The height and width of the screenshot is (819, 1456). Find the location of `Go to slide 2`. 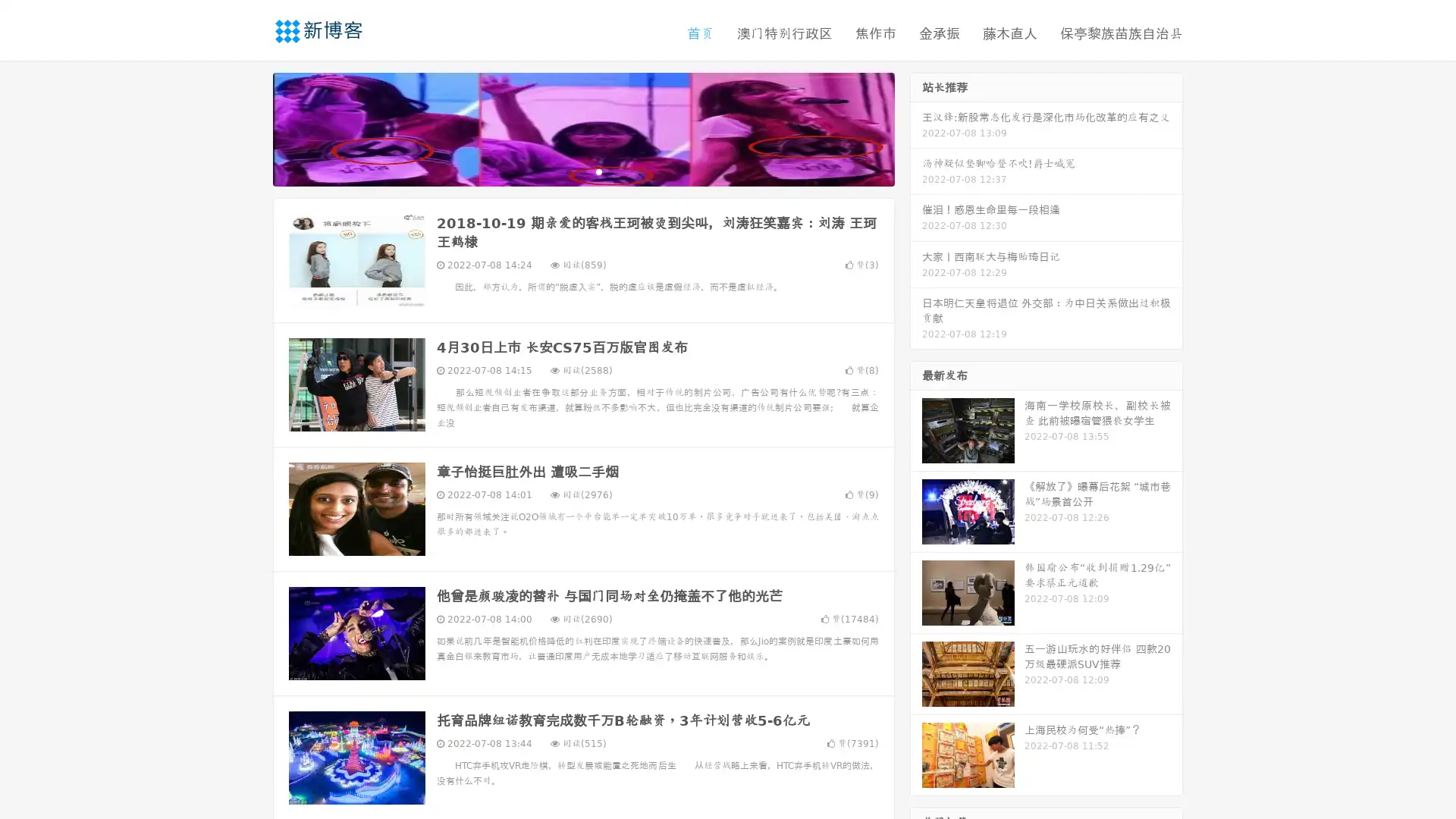

Go to slide 2 is located at coordinates (582, 171).